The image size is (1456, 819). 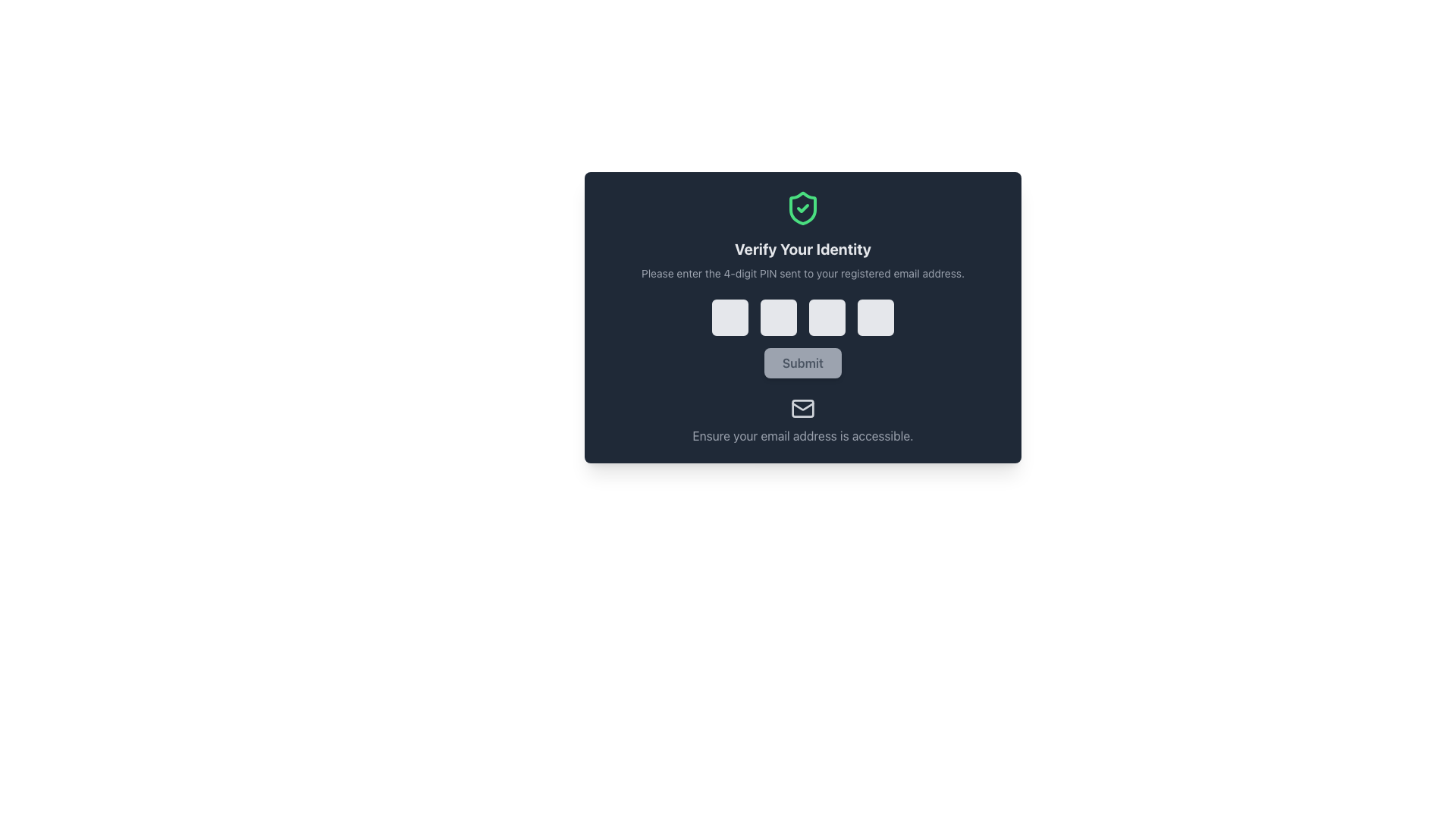 I want to click on the envelope icon, which is styled in gray and represents email actions, located centrally in the bottom part of the form panel, so click(x=802, y=408).